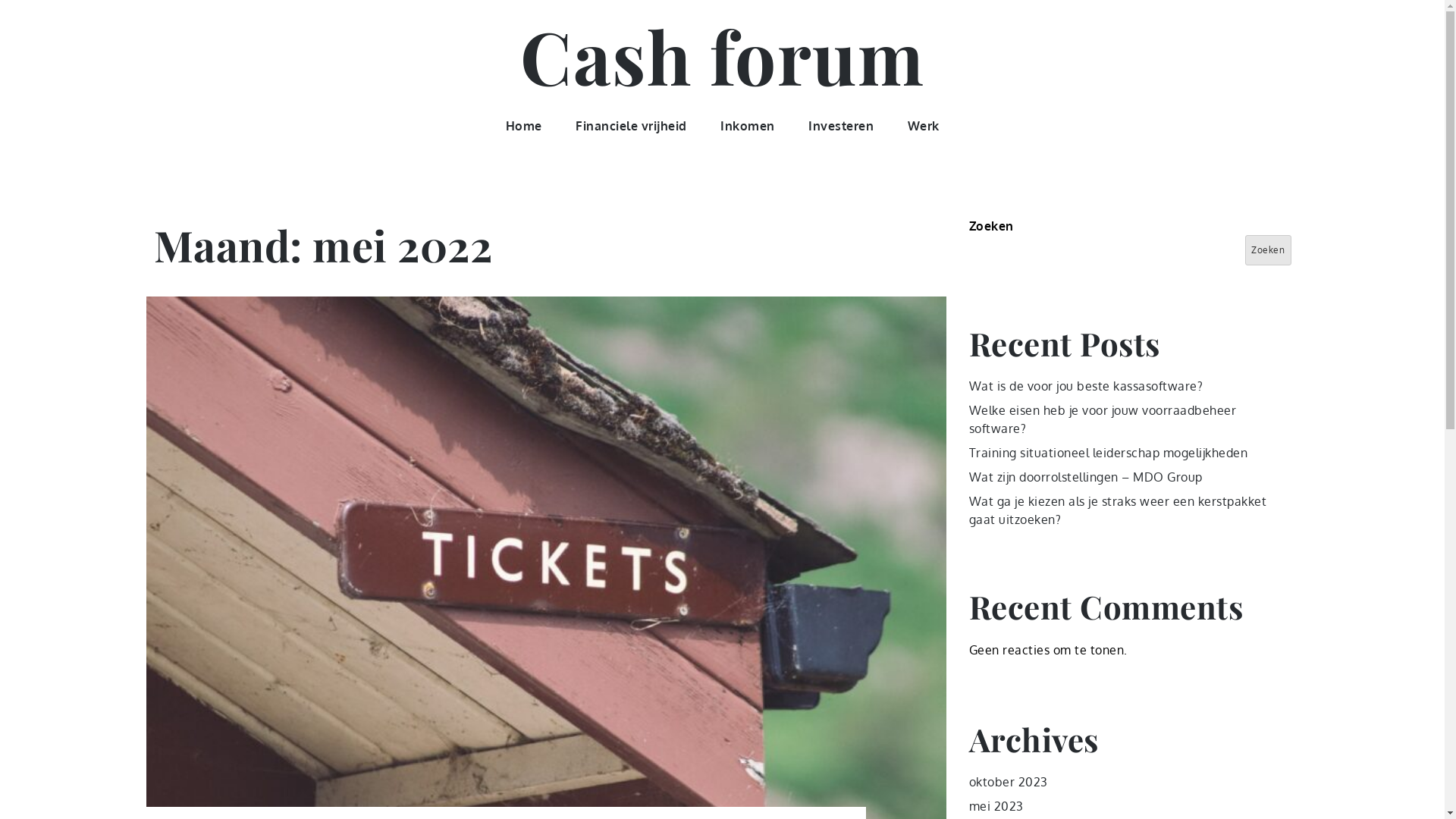 The height and width of the screenshot is (819, 1456). Describe the element at coordinates (747, 124) in the screenshot. I see `'Inkomen'` at that location.